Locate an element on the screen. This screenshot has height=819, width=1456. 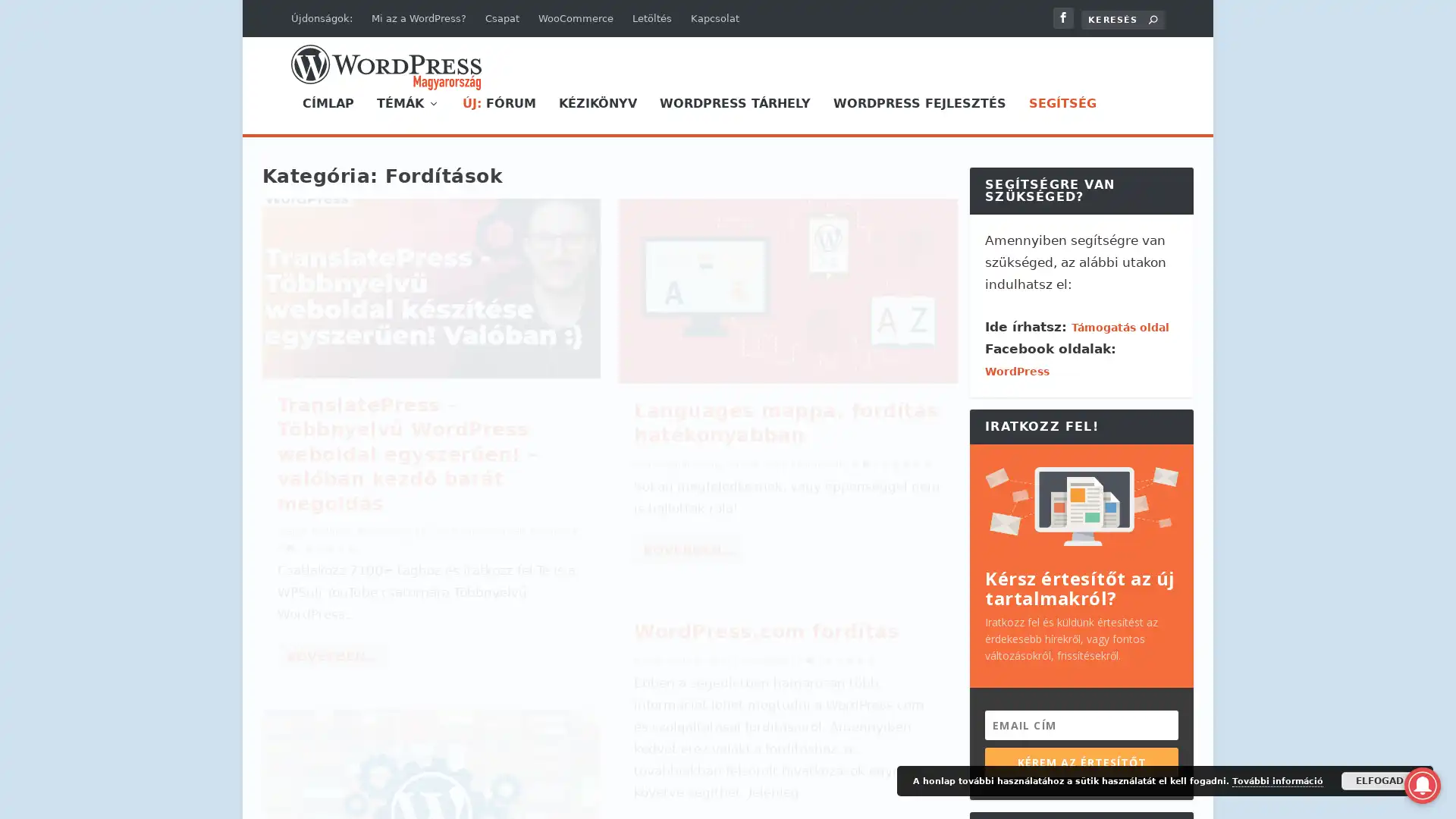
KEREM AZ ERTESITOT is located at coordinates (1081, 761).